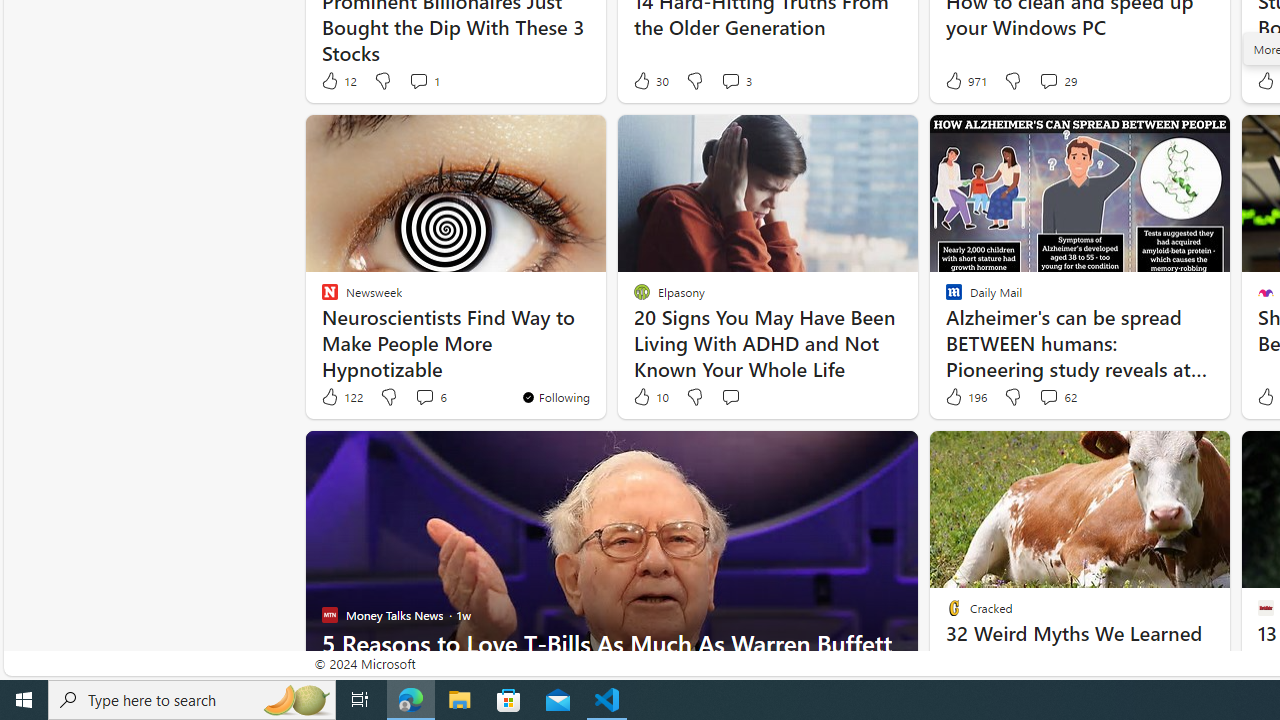 The width and height of the screenshot is (1280, 720). Describe the element at coordinates (729, 80) in the screenshot. I see `'View comments 3 Comment'` at that location.